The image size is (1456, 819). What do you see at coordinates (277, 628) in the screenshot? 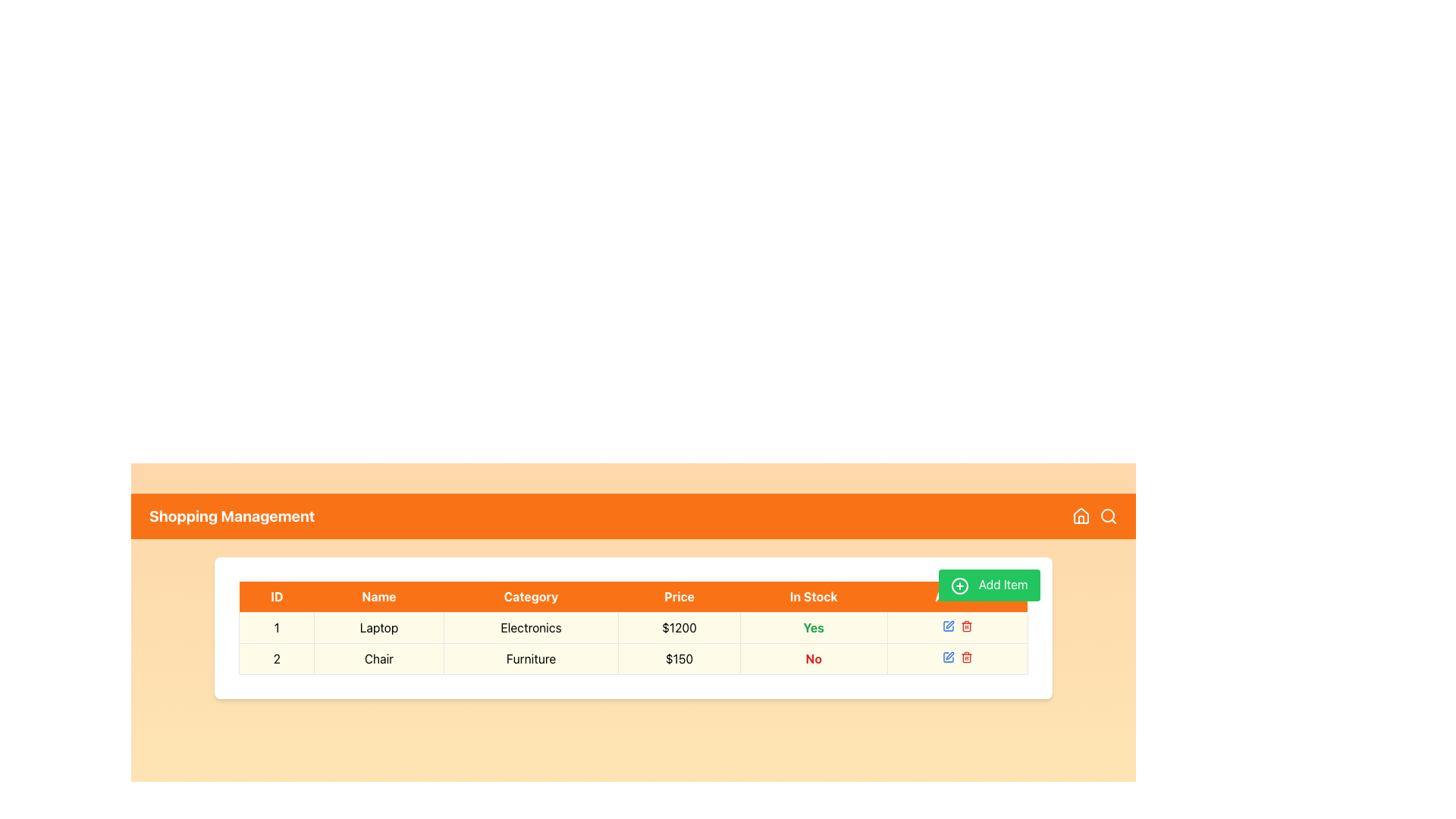
I see `the text label in the 'ID' column of the table, which is the first cell and serves as an identifier for the first entry` at bounding box center [277, 628].